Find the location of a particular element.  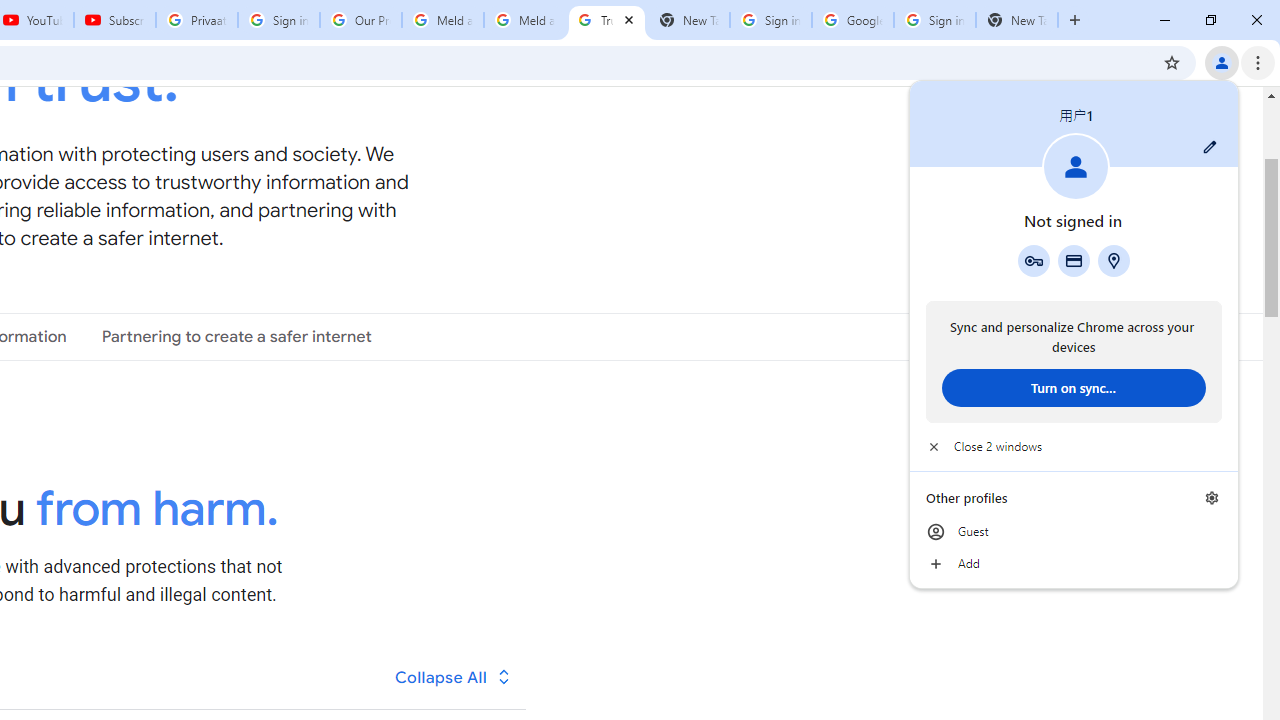

'Partnering to create a safer internet' is located at coordinates (236, 335).